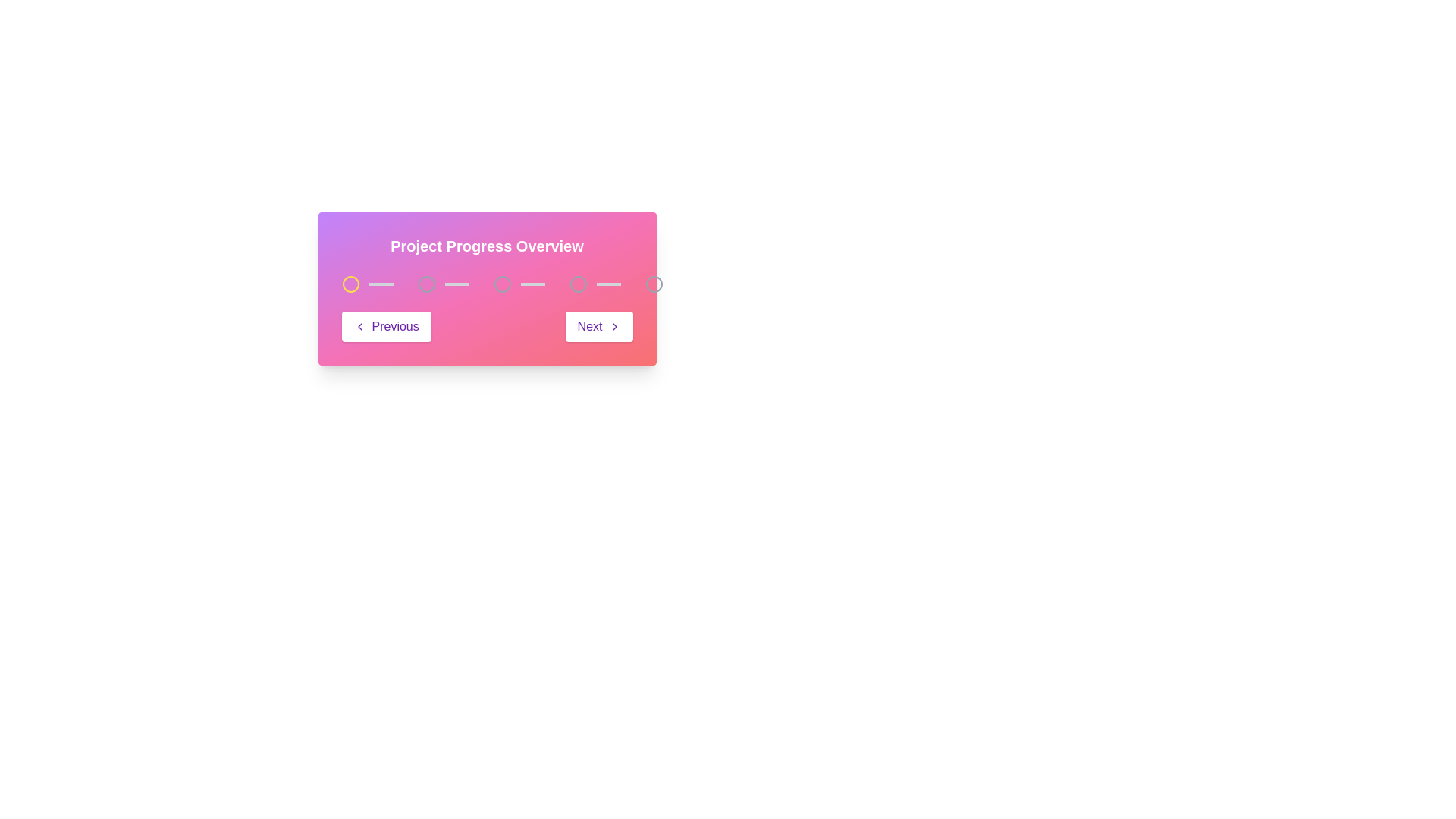 This screenshot has width=1456, height=819. What do you see at coordinates (577, 284) in the screenshot?
I see `the fourth circular marker in the progress indicator, which is an SVG Circle with a gray stroke and transparent fill, located above the 'Previous' and 'Next' buttons` at bounding box center [577, 284].